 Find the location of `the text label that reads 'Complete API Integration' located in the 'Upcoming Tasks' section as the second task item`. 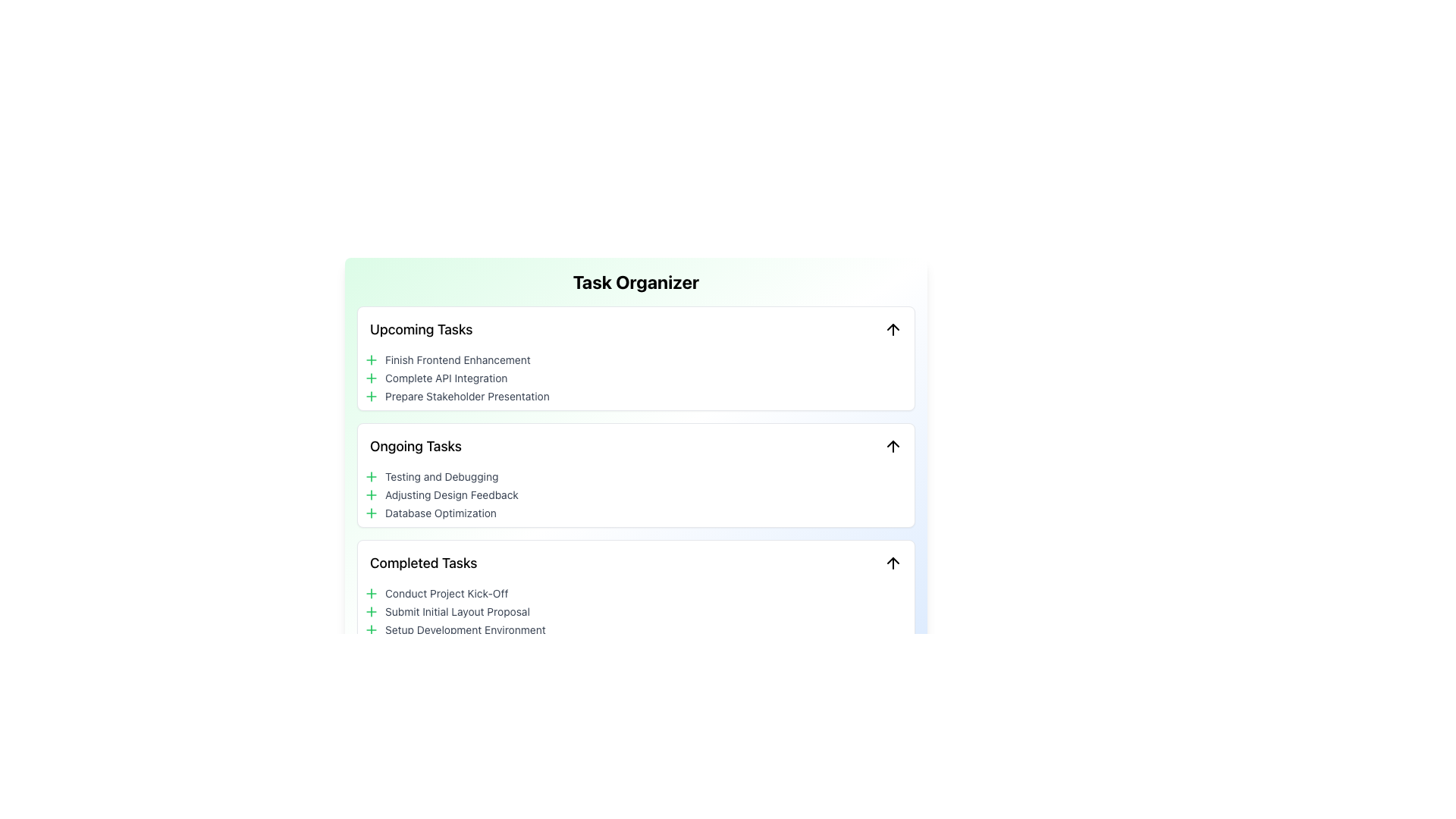

the text label that reads 'Complete API Integration' located in the 'Upcoming Tasks' section as the second task item is located at coordinates (445, 377).